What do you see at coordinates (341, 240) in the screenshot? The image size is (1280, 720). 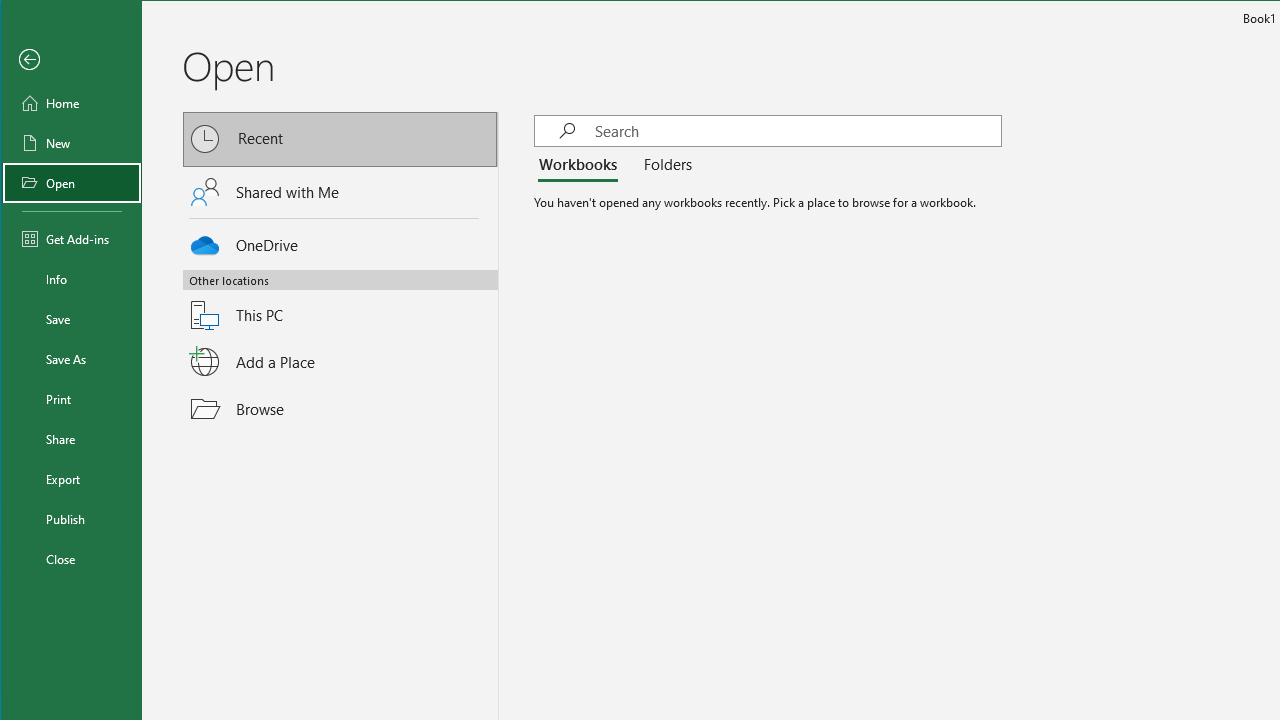 I see `'OneDrive'` at bounding box center [341, 240].